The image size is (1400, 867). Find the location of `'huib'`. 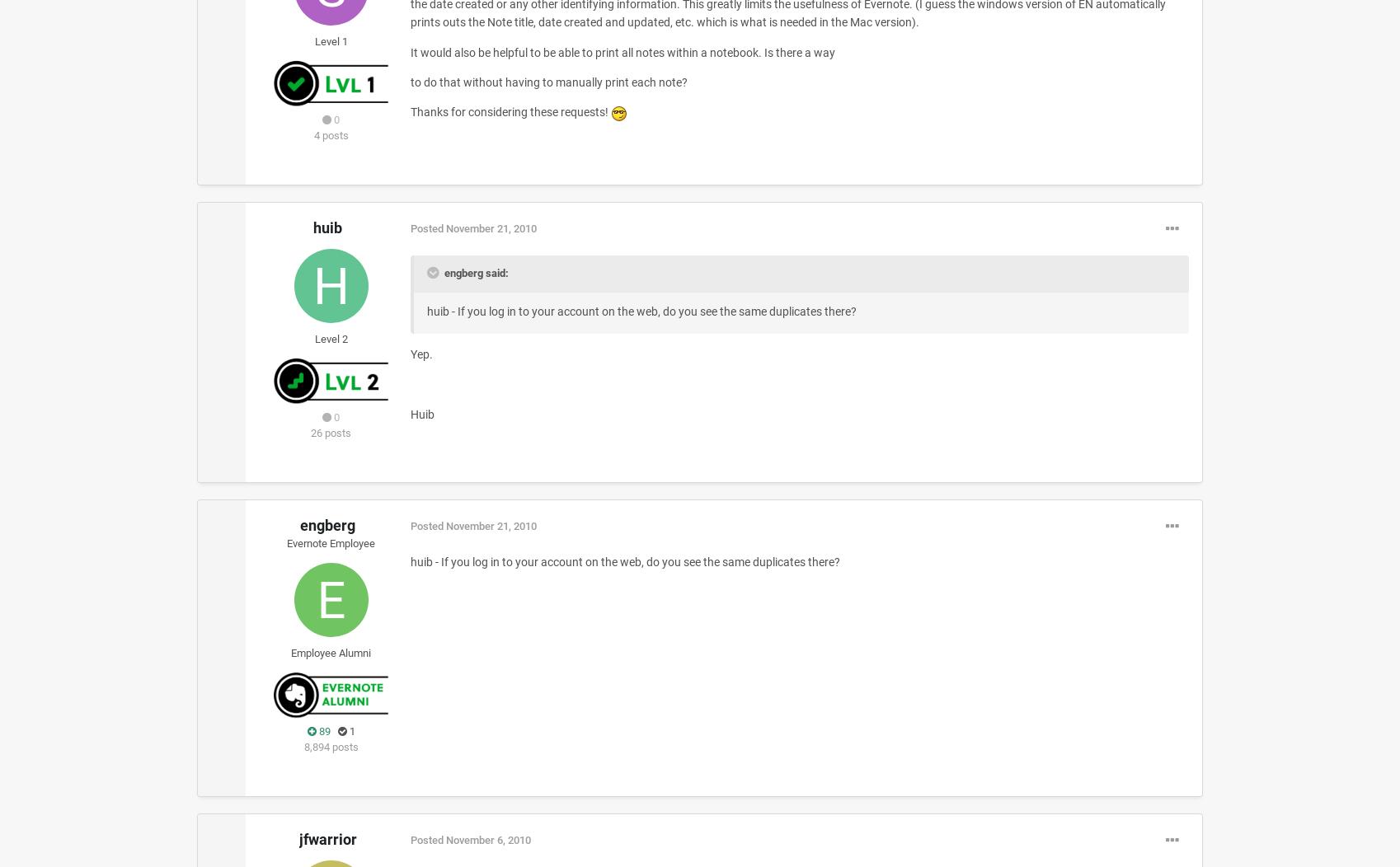

'huib' is located at coordinates (327, 227).